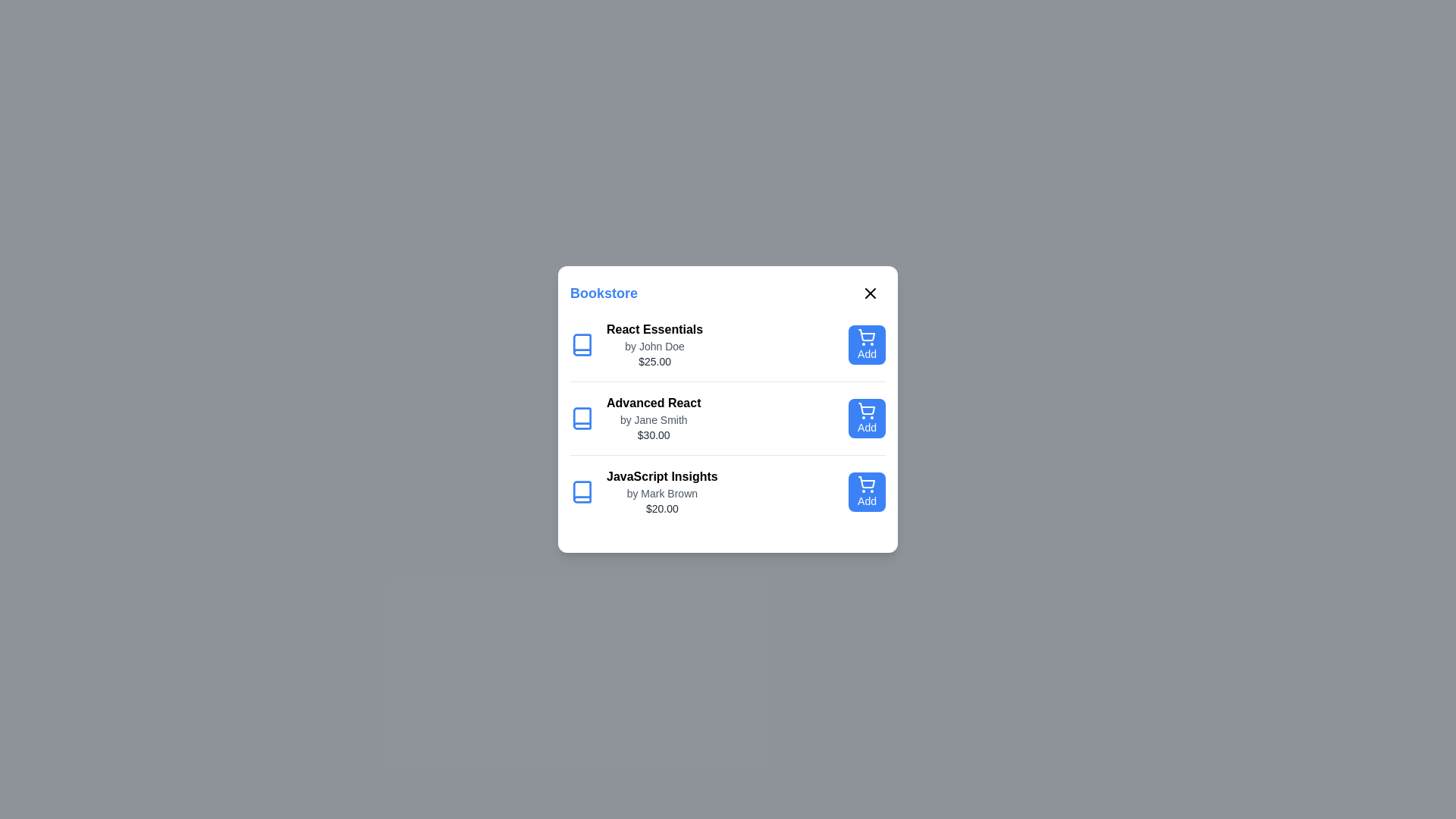 Image resolution: width=1456 pixels, height=819 pixels. What do you see at coordinates (651, 418) in the screenshot?
I see `the details of the book titled Advanced React` at bounding box center [651, 418].